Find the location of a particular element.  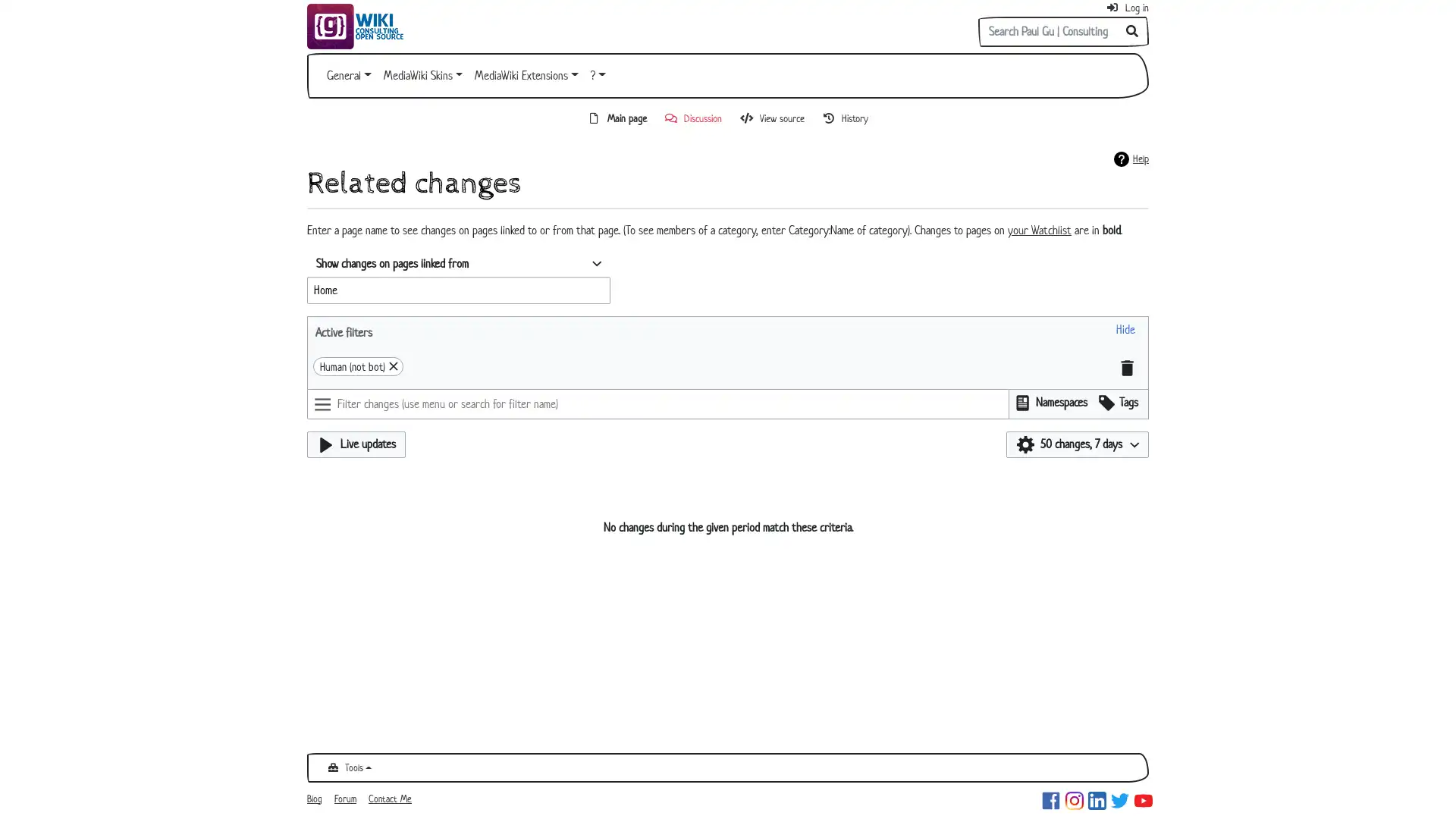

Clear all filters is located at coordinates (1127, 368).